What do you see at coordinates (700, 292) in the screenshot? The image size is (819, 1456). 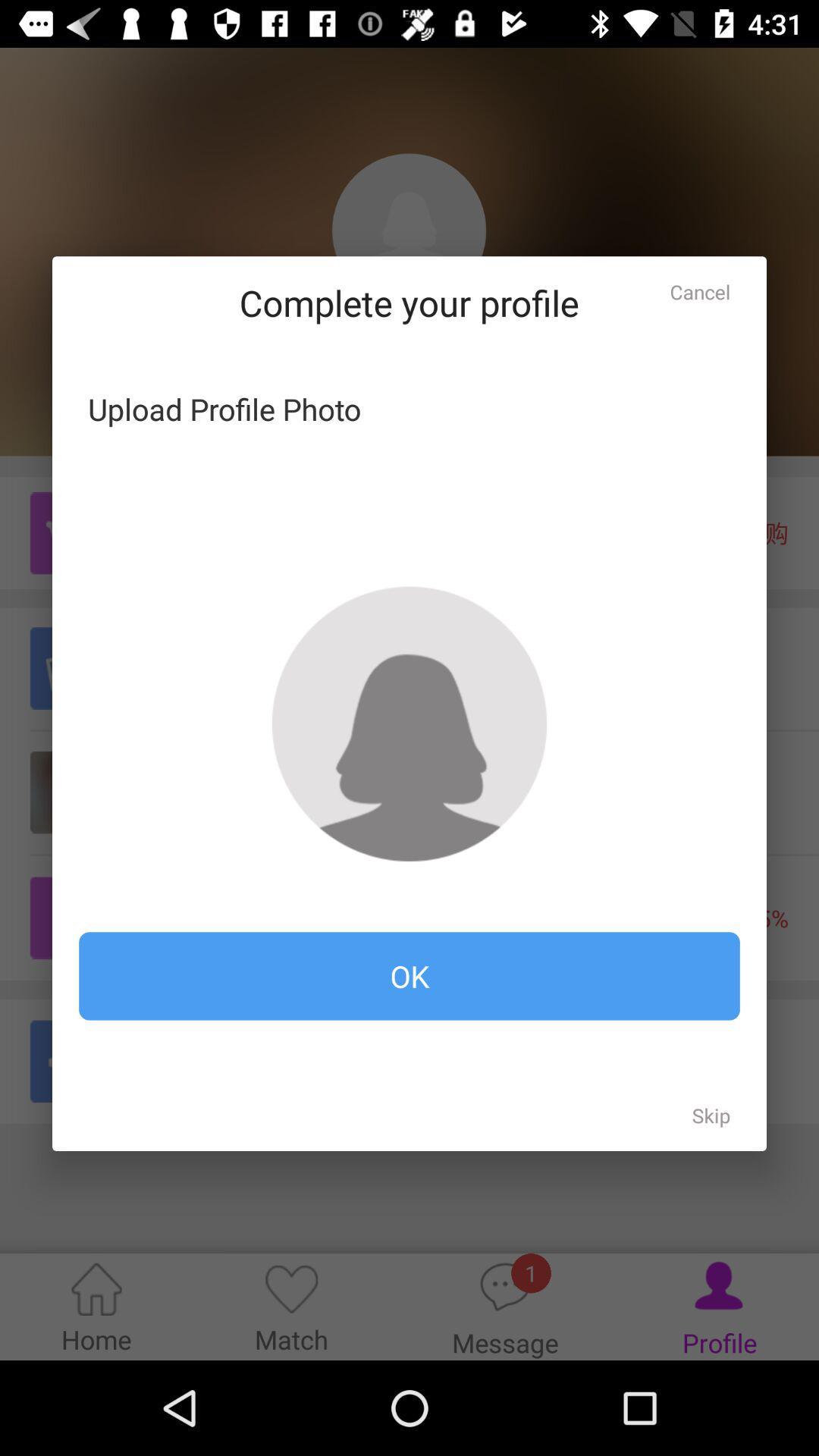 I see `item above ok icon` at bounding box center [700, 292].